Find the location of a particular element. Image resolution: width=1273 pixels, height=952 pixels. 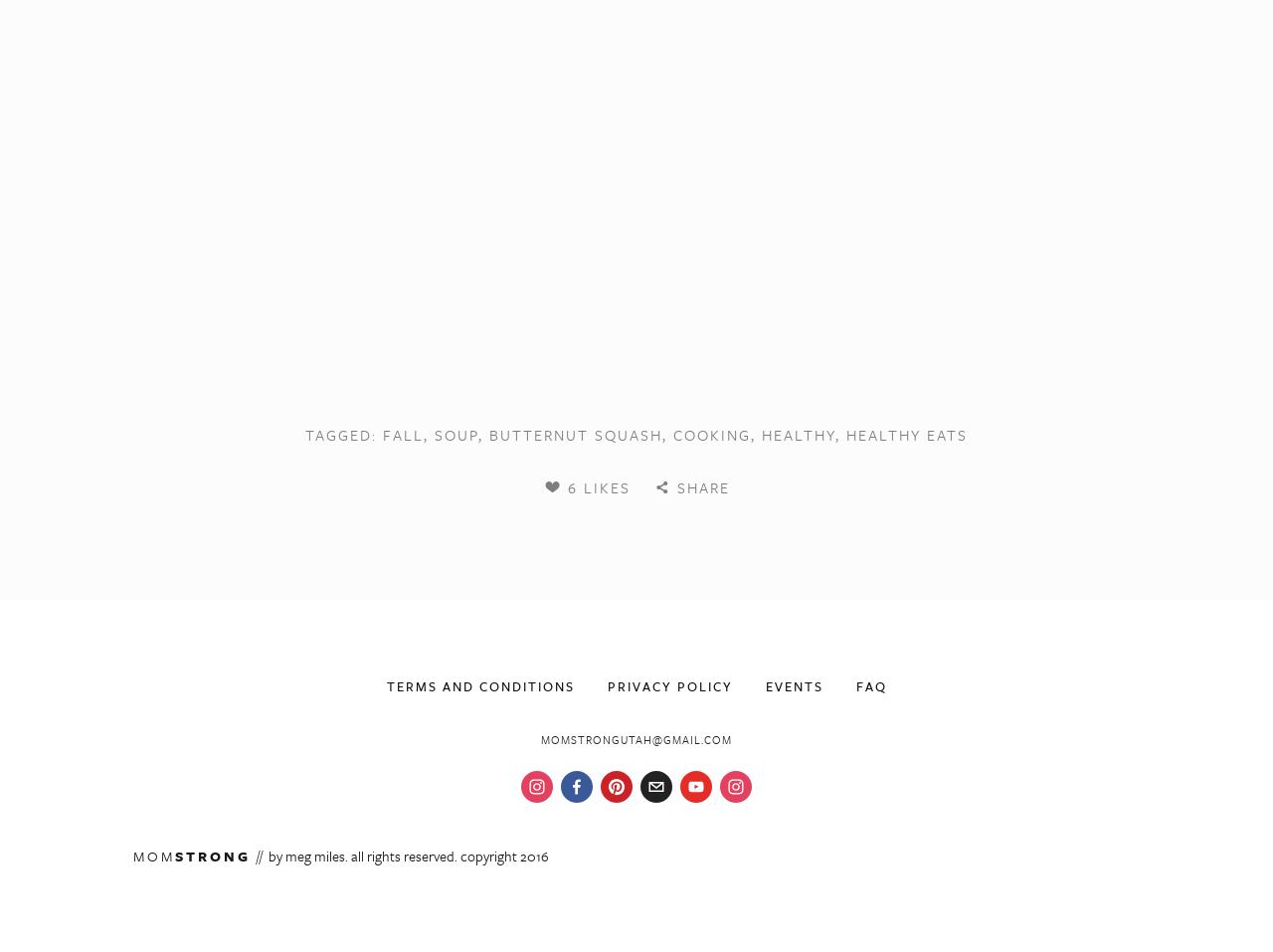

'Terms and Conditions' is located at coordinates (479, 685).